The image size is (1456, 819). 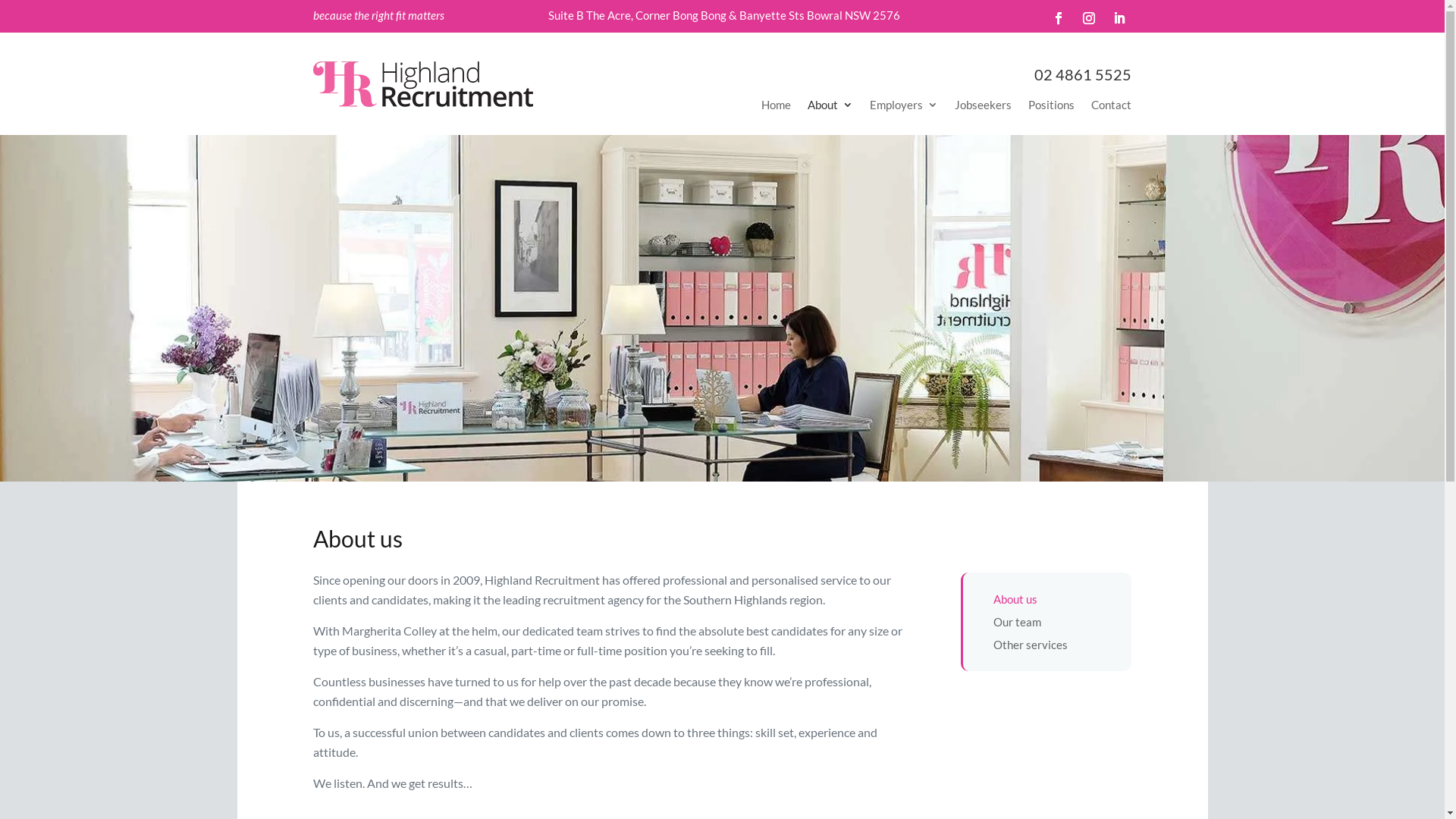 What do you see at coordinates (870, 107) in the screenshot?
I see `'Employers'` at bounding box center [870, 107].